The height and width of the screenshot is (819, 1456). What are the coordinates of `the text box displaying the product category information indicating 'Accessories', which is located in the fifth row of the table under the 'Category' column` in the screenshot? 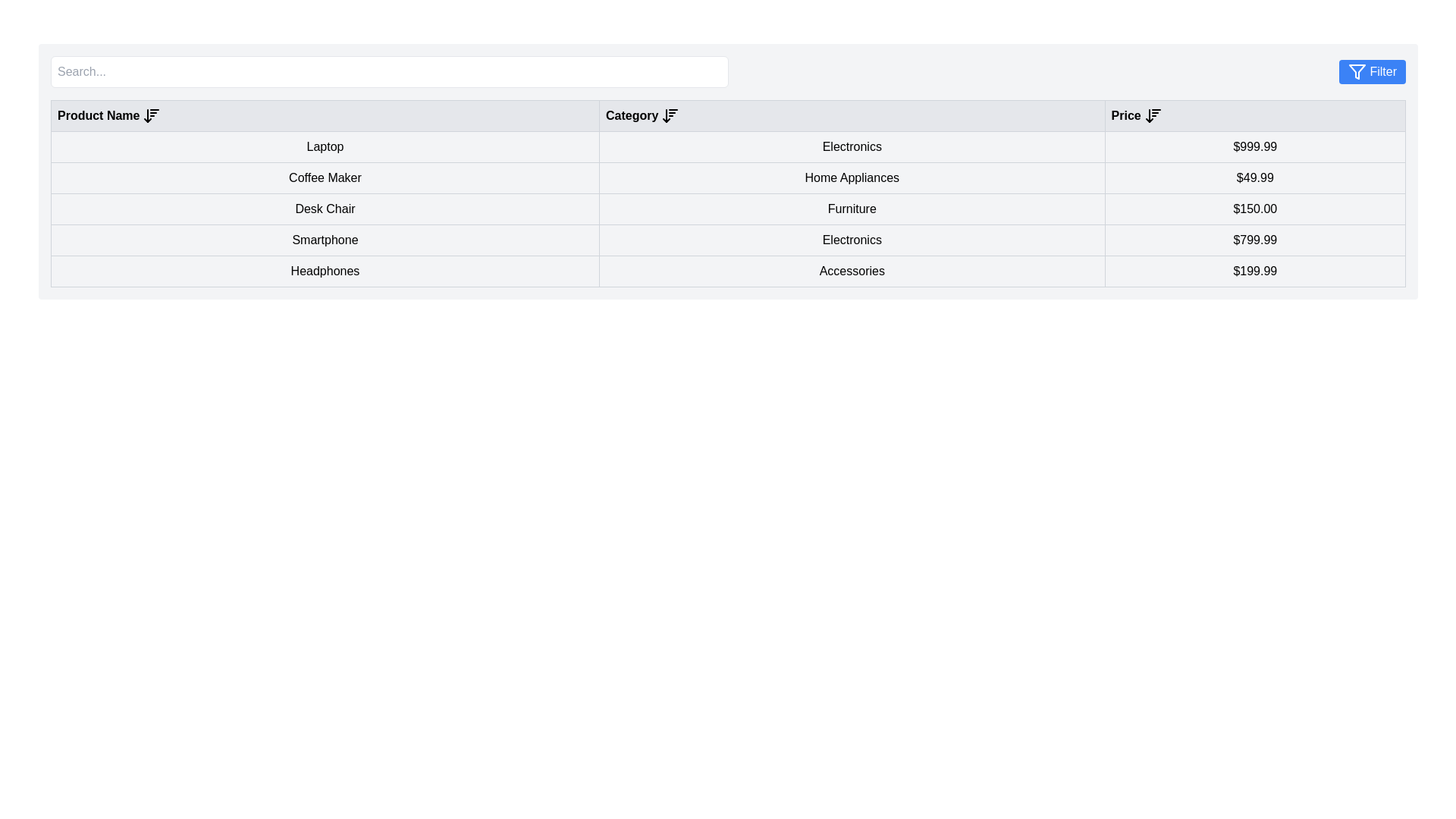 It's located at (852, 271).